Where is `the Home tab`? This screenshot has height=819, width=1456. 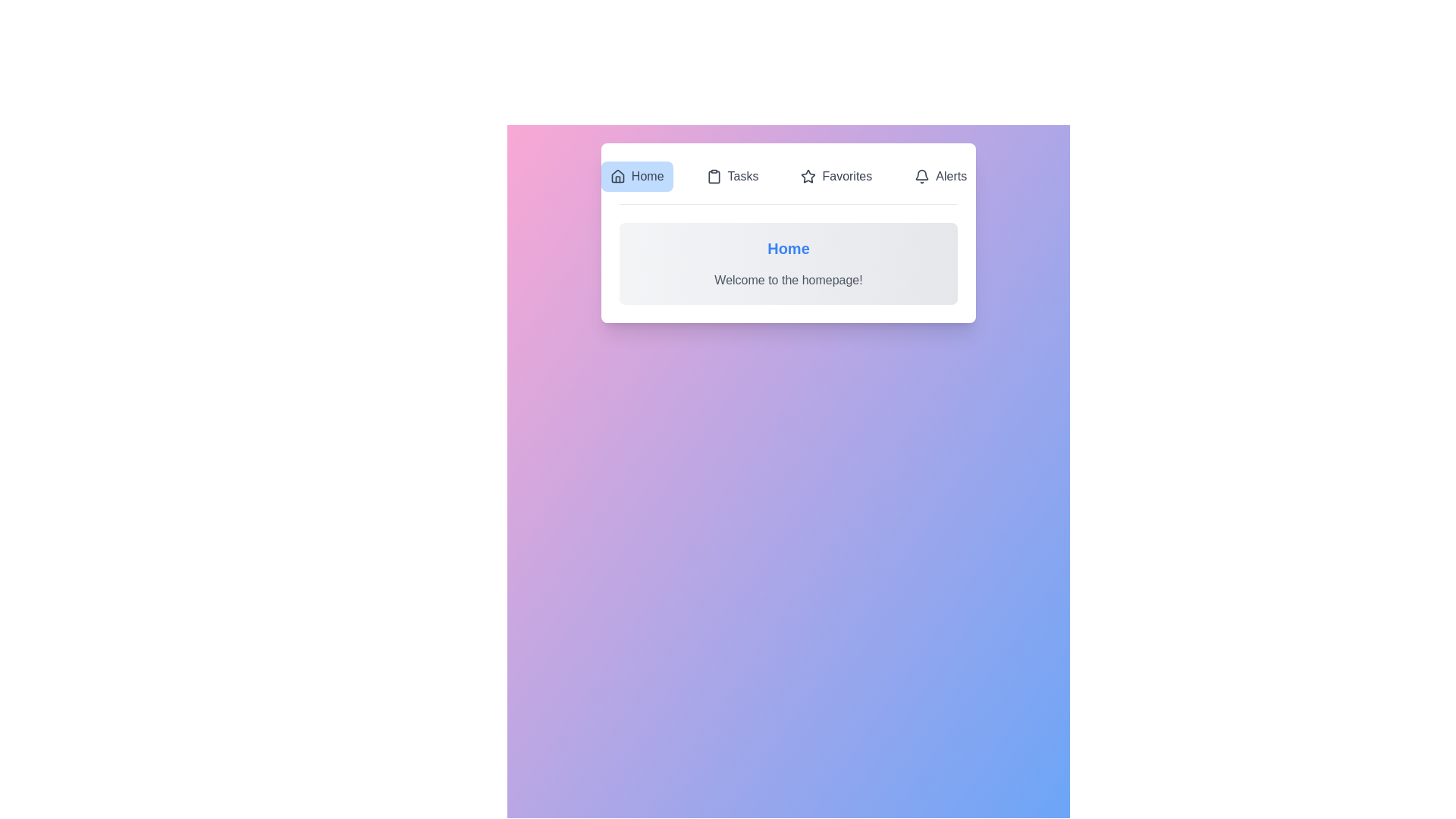
the Home tab is located at coordinates (637, 175).